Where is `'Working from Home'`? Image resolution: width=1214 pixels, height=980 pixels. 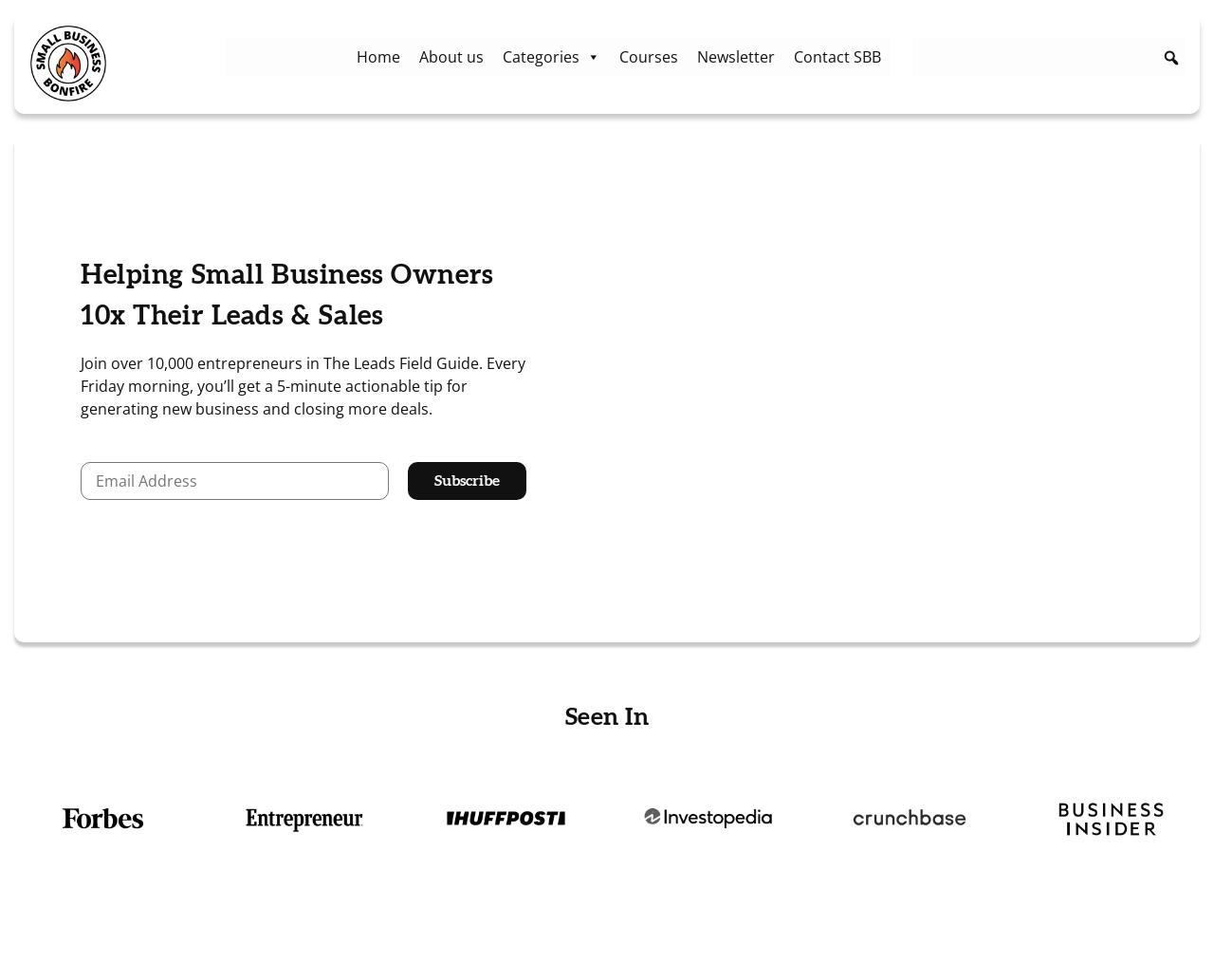
'Working from Home' is located at coordinates (574, 234).